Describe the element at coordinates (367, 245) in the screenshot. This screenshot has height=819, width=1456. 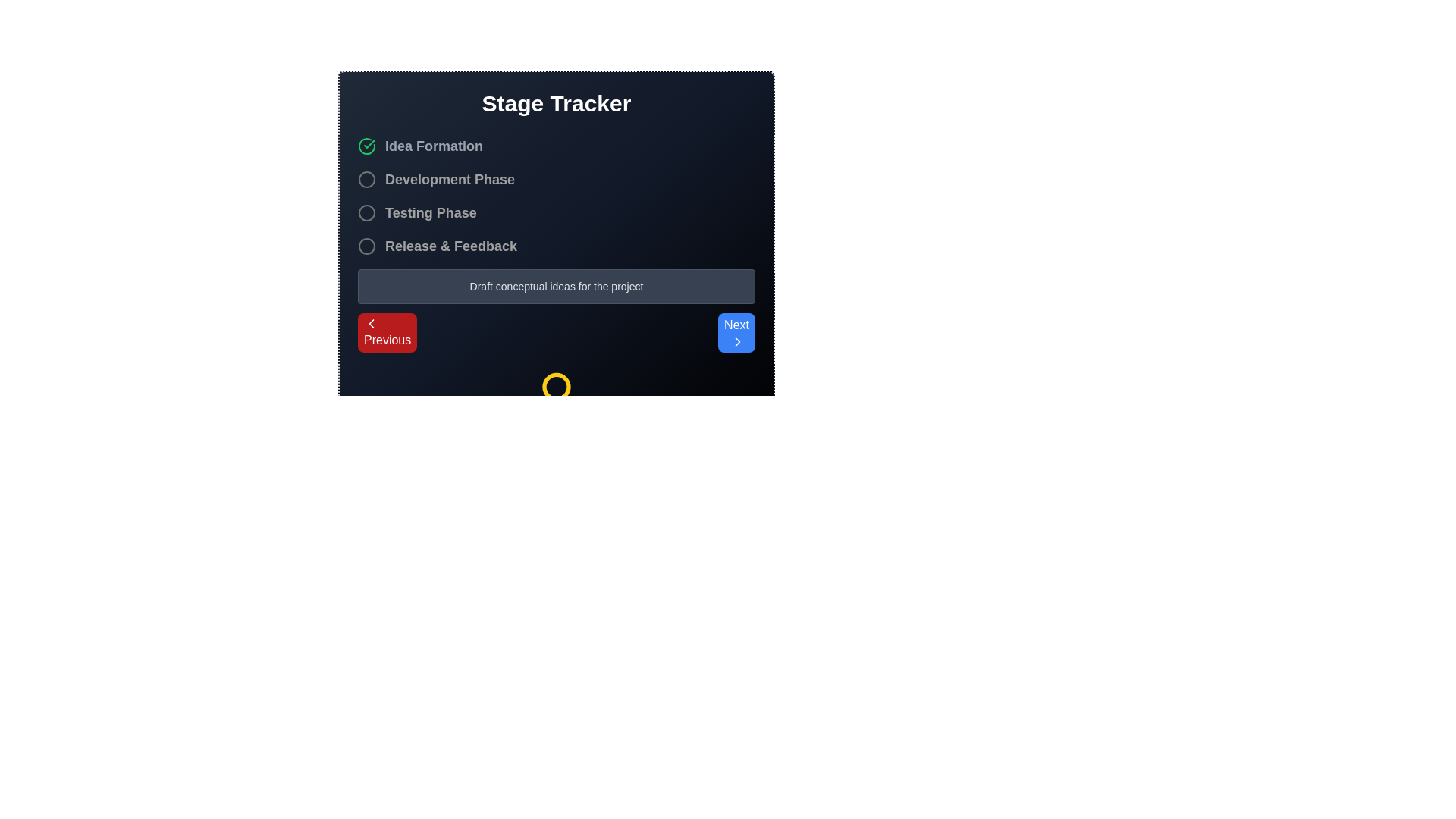
I see `the medium-sized gray circular radio button located to the left of the text 'Release & Feedback' to potentially reveal a tooltip` at that location.